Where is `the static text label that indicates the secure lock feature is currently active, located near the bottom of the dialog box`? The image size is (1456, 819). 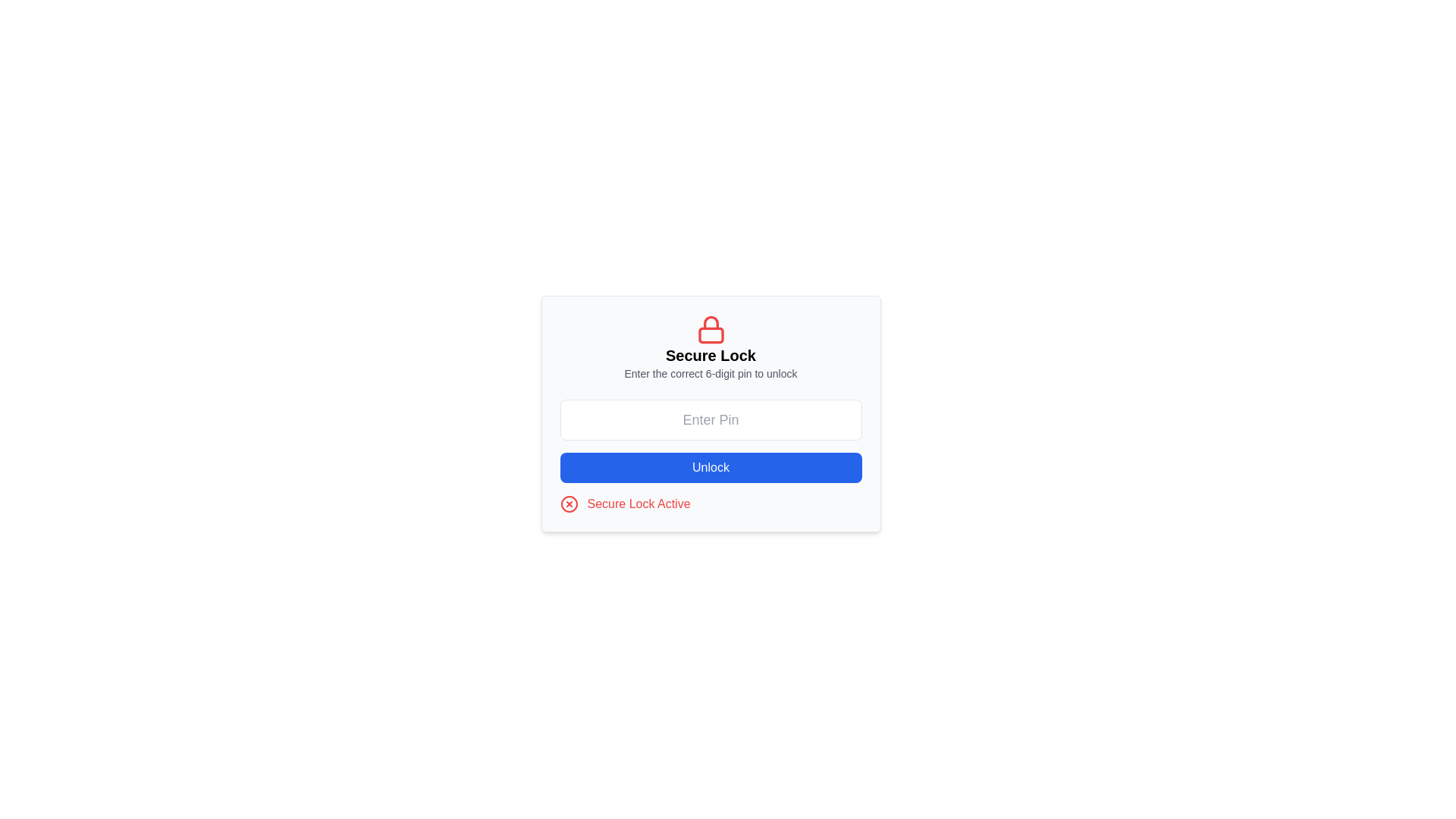
the static text label that indicates the secure lock feature is currently active, located near the bottom of the dialog box is located at coordinates (639, 504).